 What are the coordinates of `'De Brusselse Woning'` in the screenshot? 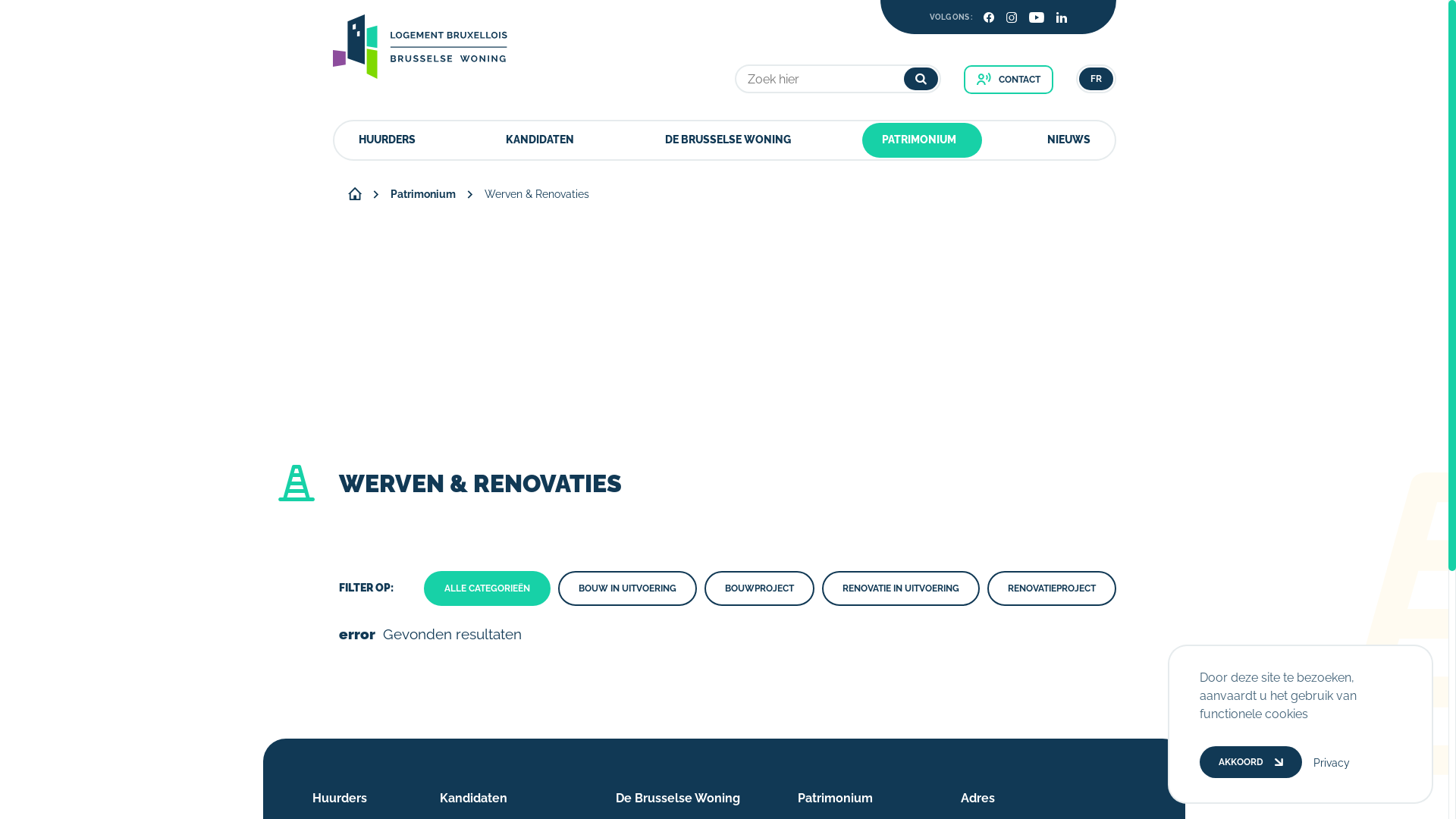 It's located at (676, 797).